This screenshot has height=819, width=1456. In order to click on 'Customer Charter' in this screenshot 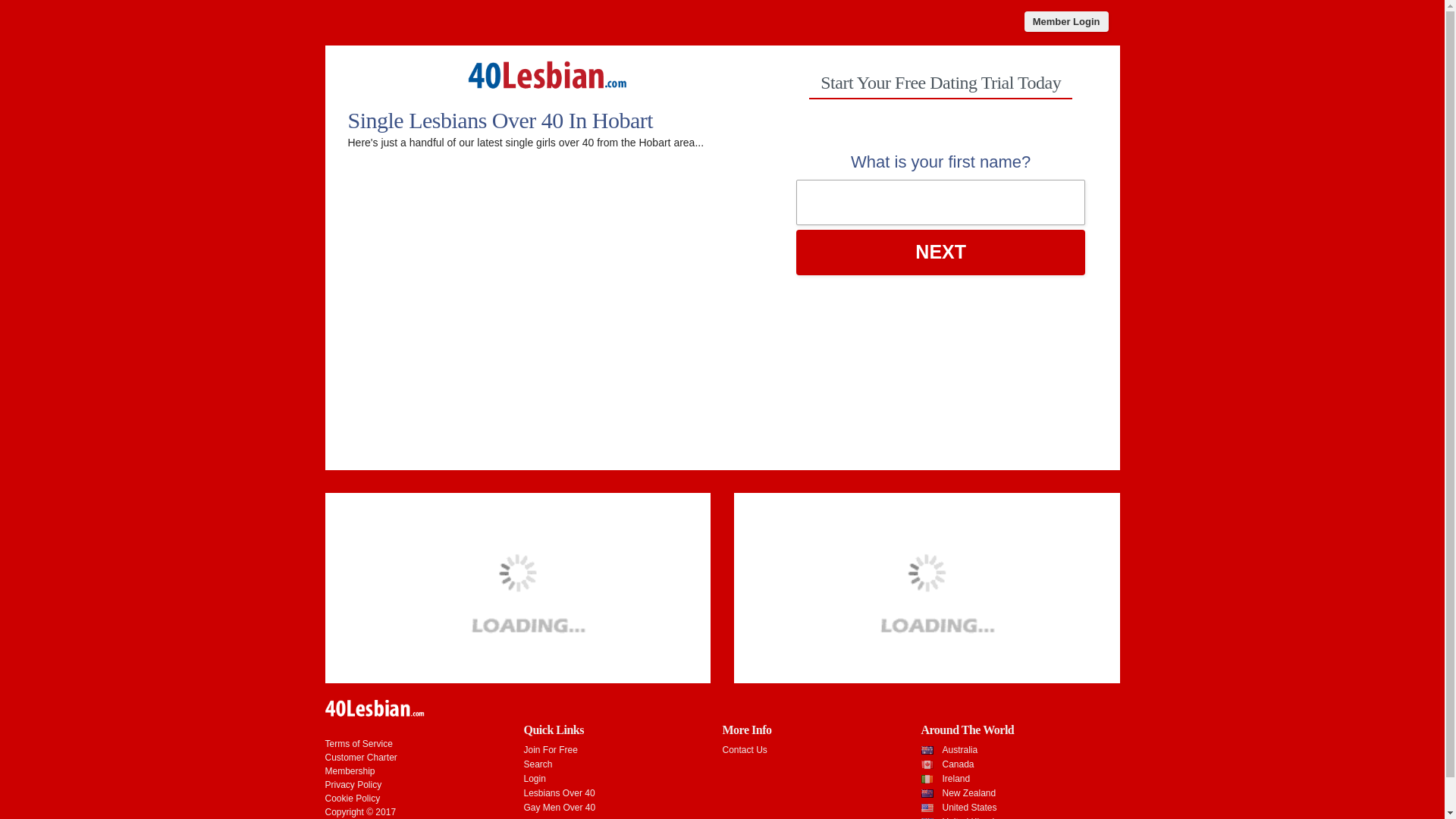, I will do `click(359, 758)`.